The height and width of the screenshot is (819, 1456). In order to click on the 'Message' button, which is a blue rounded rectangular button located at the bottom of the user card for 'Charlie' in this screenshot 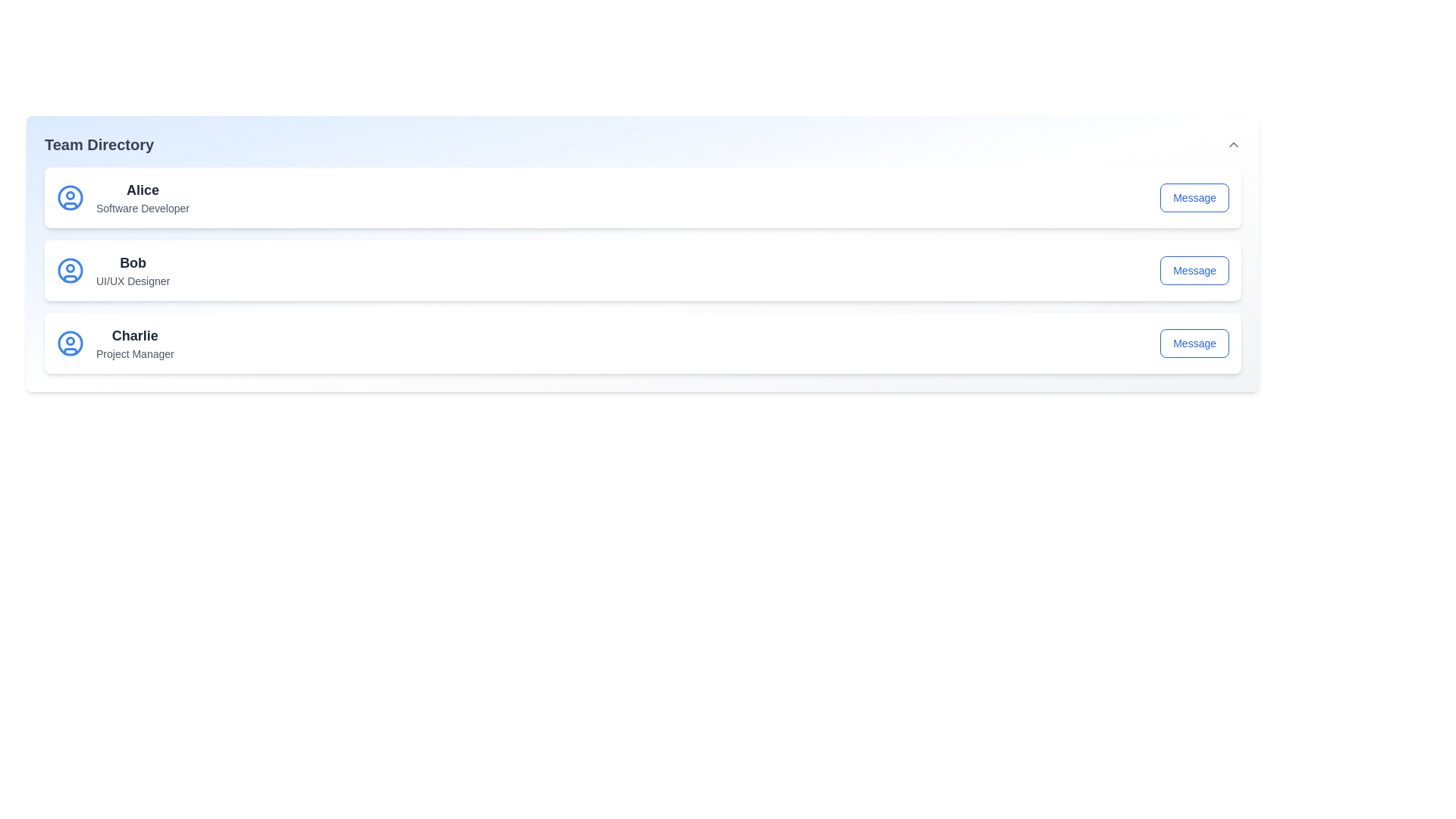, I will do `click(1194, 343)`.